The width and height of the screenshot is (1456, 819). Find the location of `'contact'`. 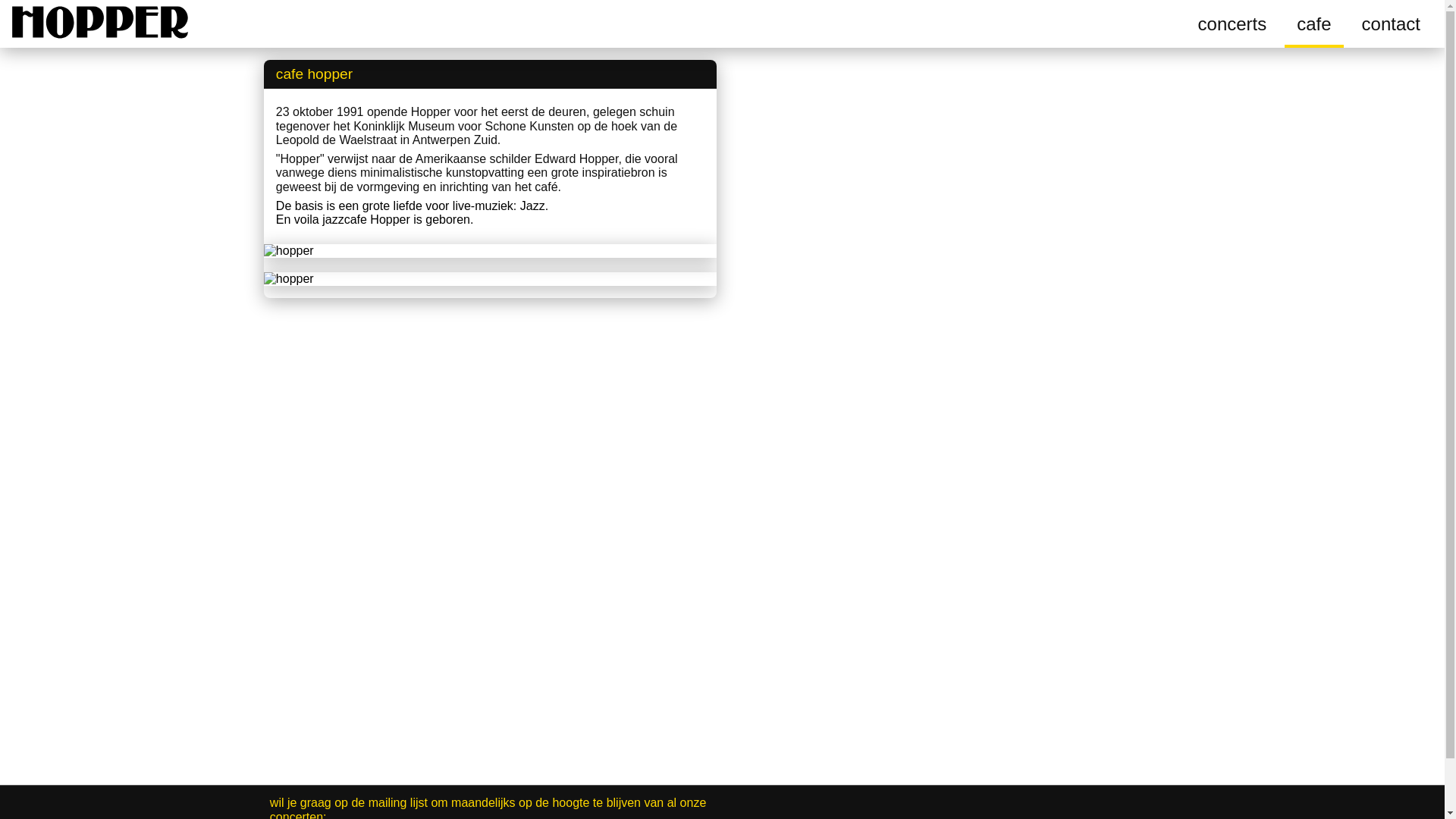

'contact' is located at coordinates (1350, 24).